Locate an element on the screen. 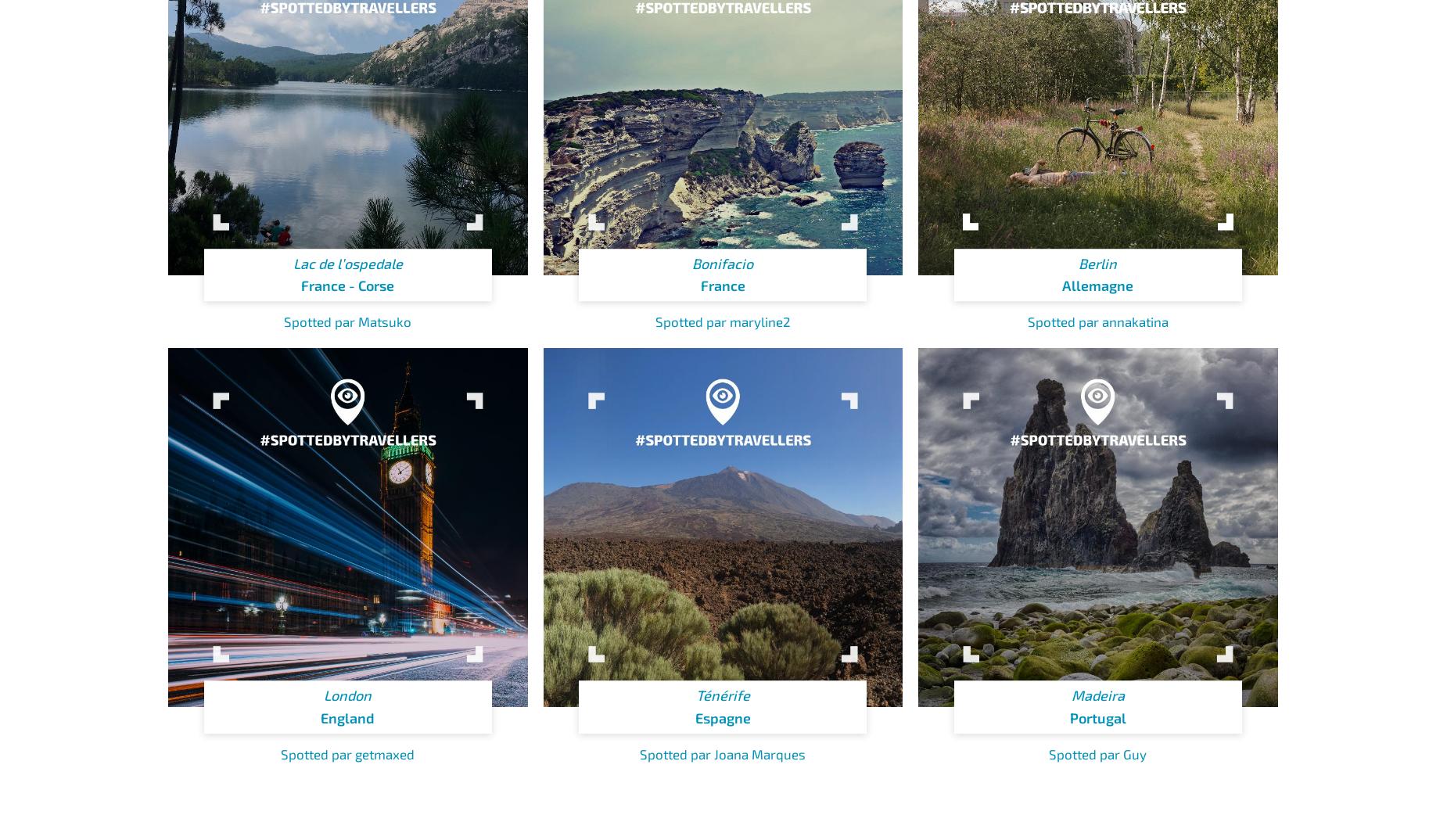  'France - Corse' is located at coordinates (346, 285).